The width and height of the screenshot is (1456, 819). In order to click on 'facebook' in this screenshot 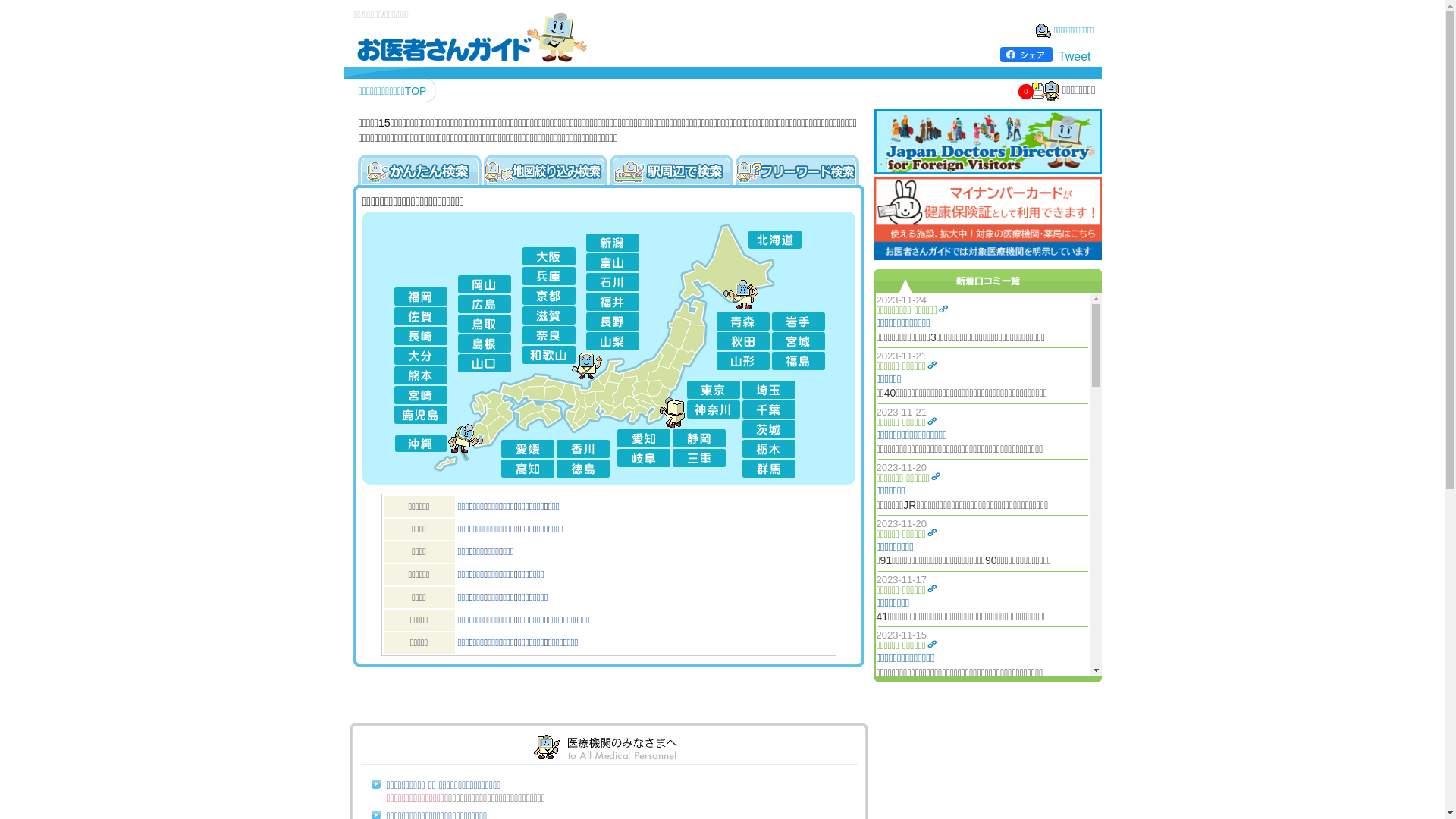, I will do `click(1000, 54)`.